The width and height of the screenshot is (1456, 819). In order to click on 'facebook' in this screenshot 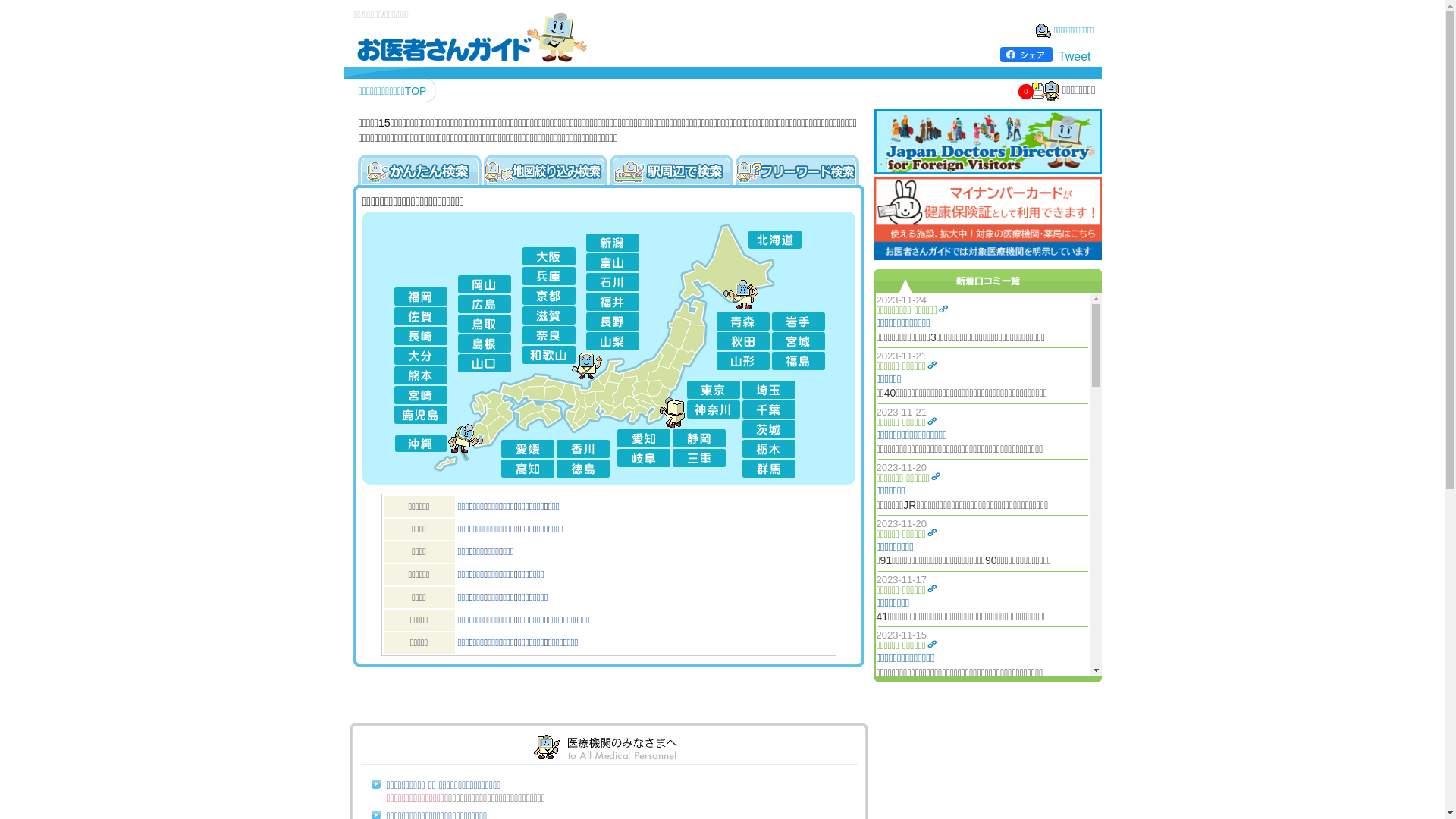, I will do `click(1000, 54)`.